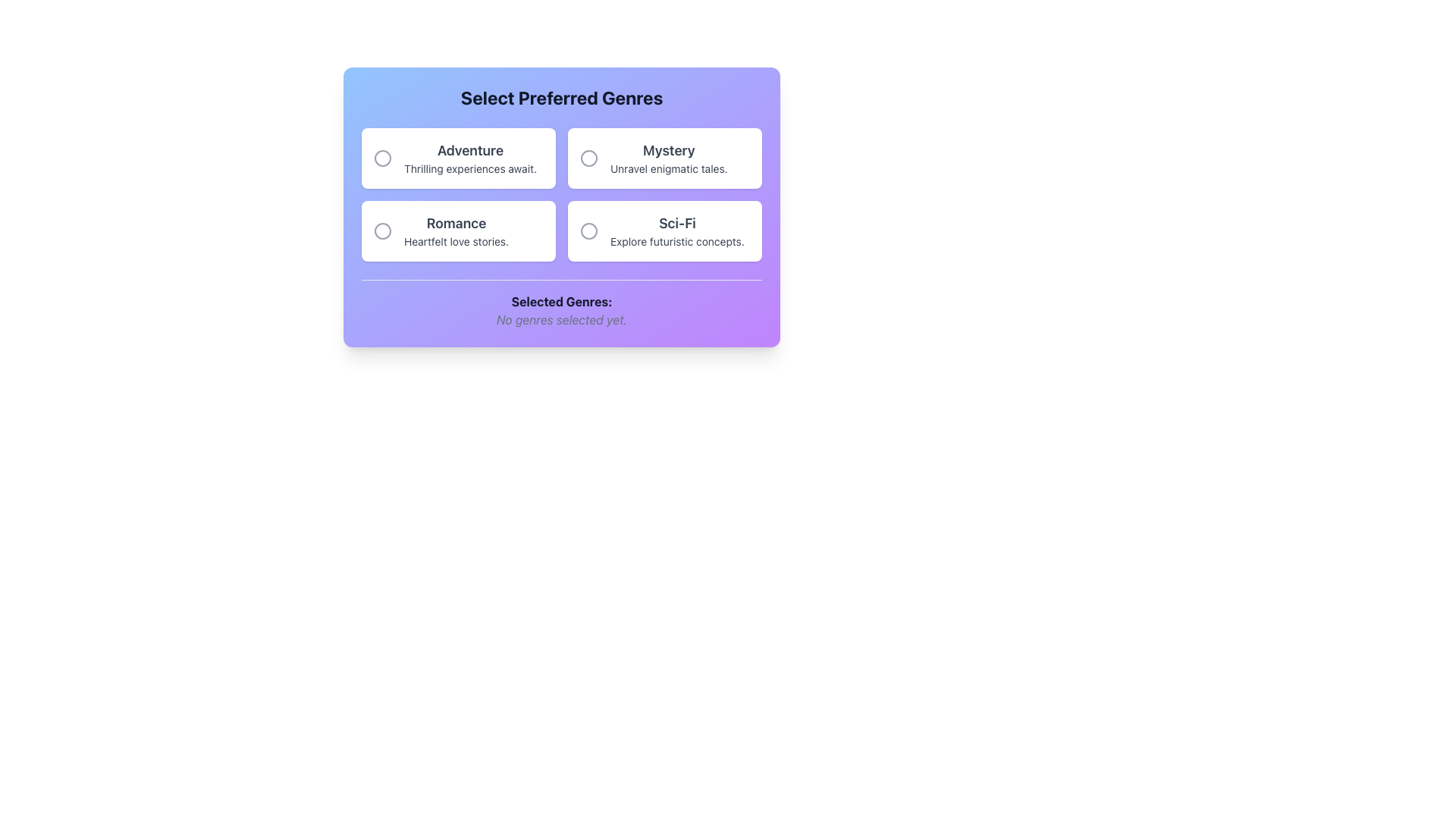 This screenshot has width=1456, height=819. What do you see at coordinates (676, 241) in the screenshot?
I see `the descriptive subtitle text for the genre 'Sci-Fi'` at bounding box center [676, 241].